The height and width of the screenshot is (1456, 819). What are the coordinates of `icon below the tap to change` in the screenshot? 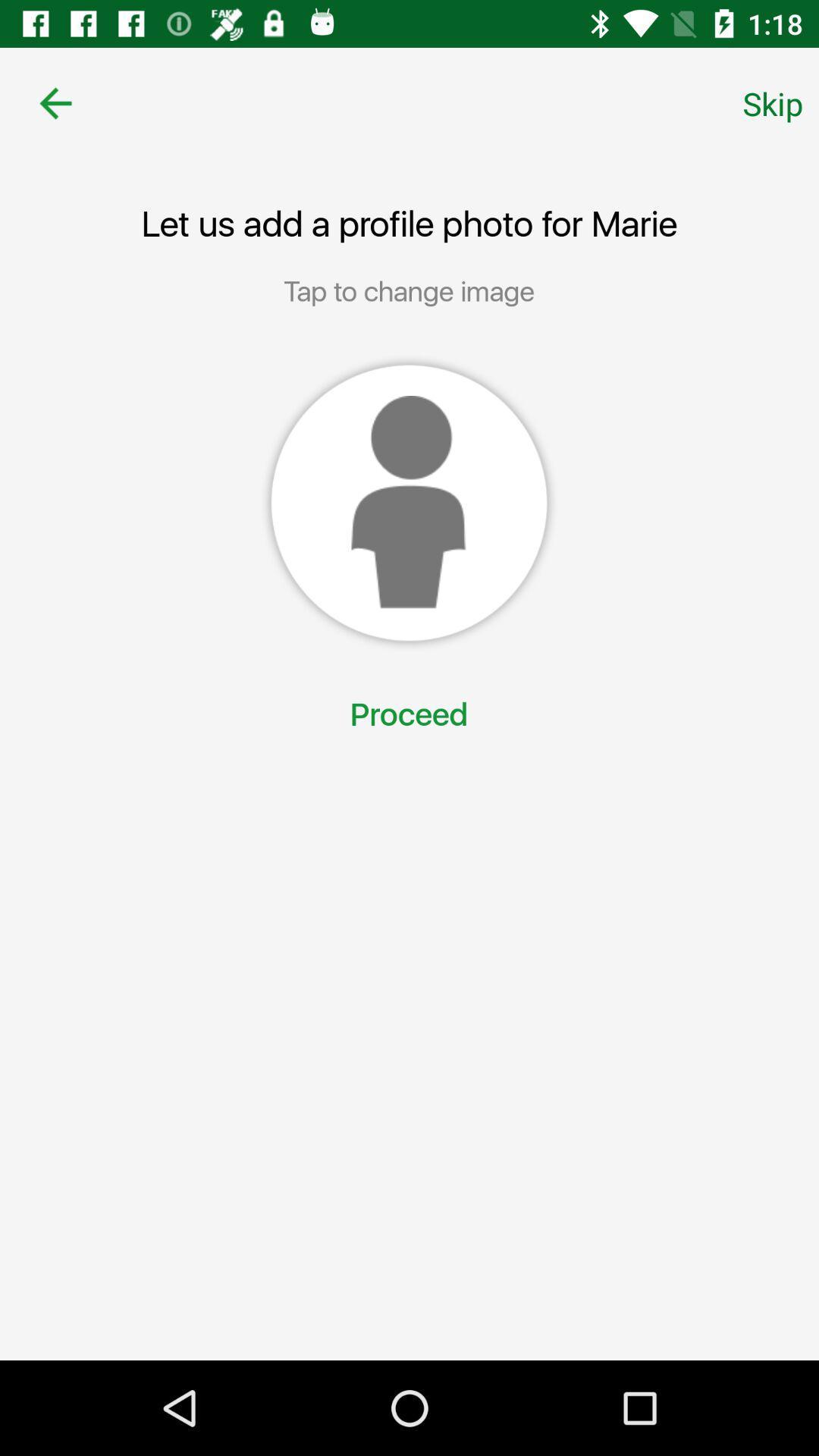 It's located at (408, 503).